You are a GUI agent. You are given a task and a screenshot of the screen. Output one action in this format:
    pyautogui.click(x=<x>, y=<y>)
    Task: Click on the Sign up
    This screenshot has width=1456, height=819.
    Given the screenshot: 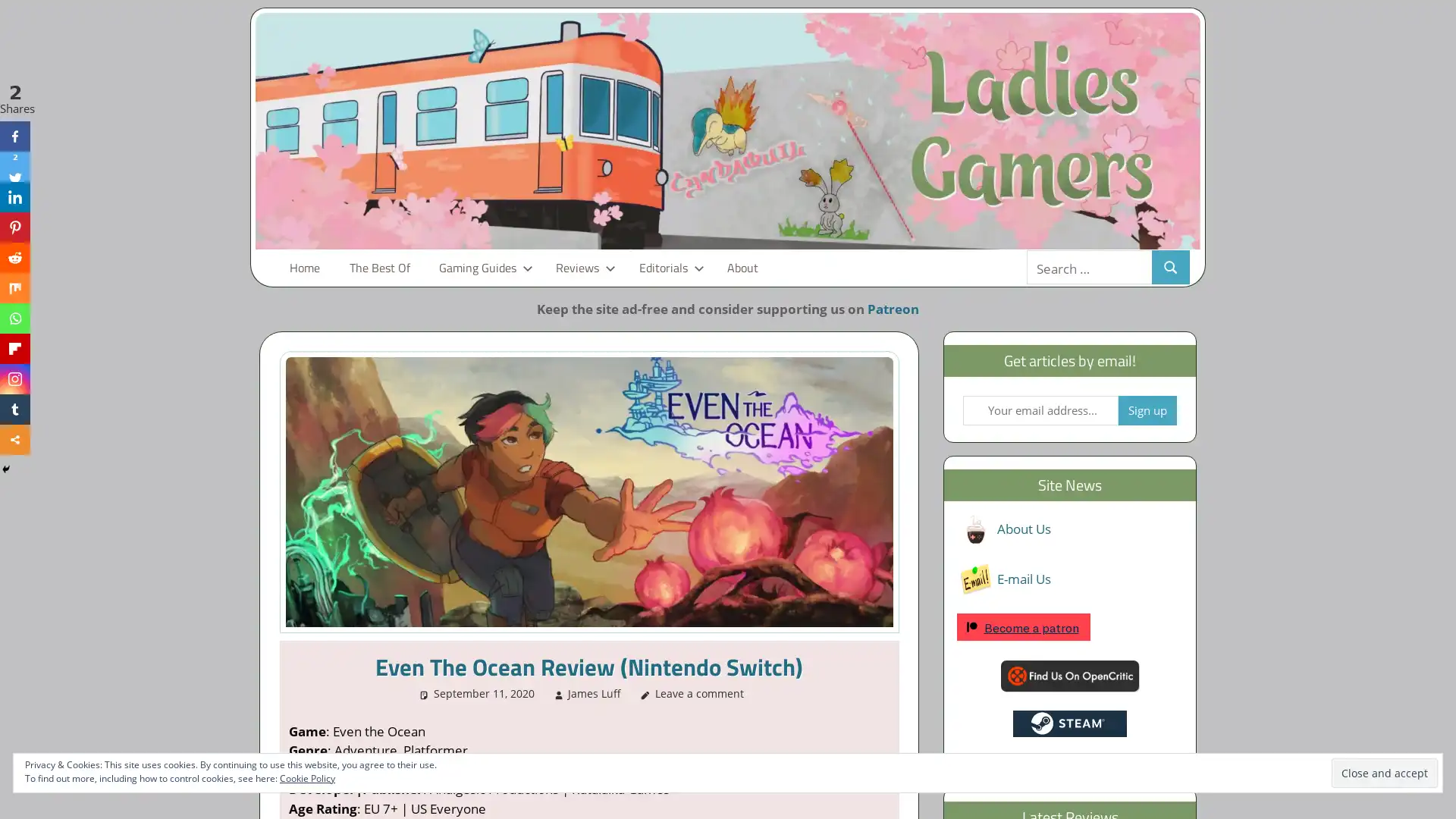 What is the action you would take?
    pyautogui.click(x=1147, y=410)
    